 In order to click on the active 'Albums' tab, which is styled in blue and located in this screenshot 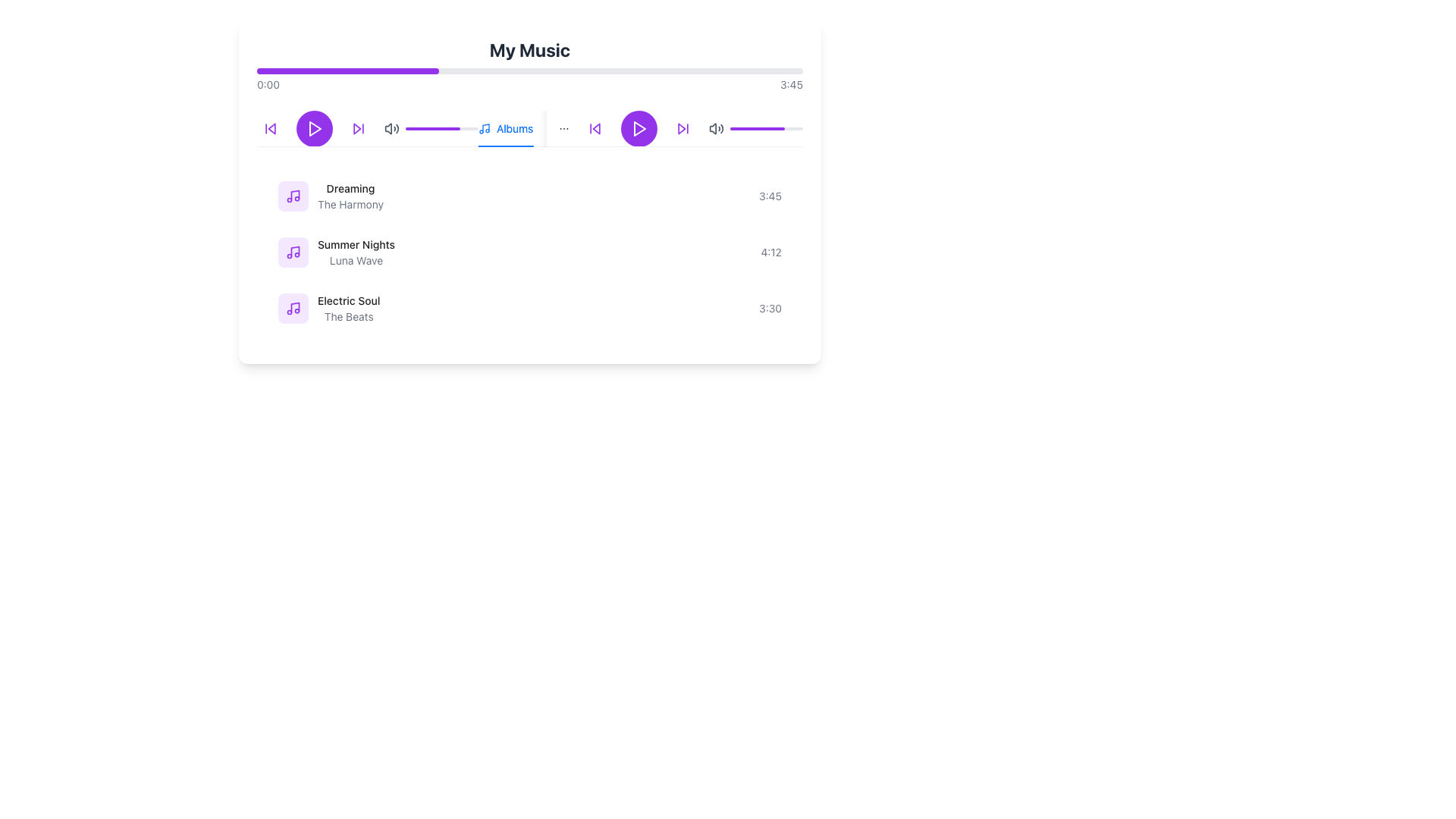, I will do `click(506, 127)`.